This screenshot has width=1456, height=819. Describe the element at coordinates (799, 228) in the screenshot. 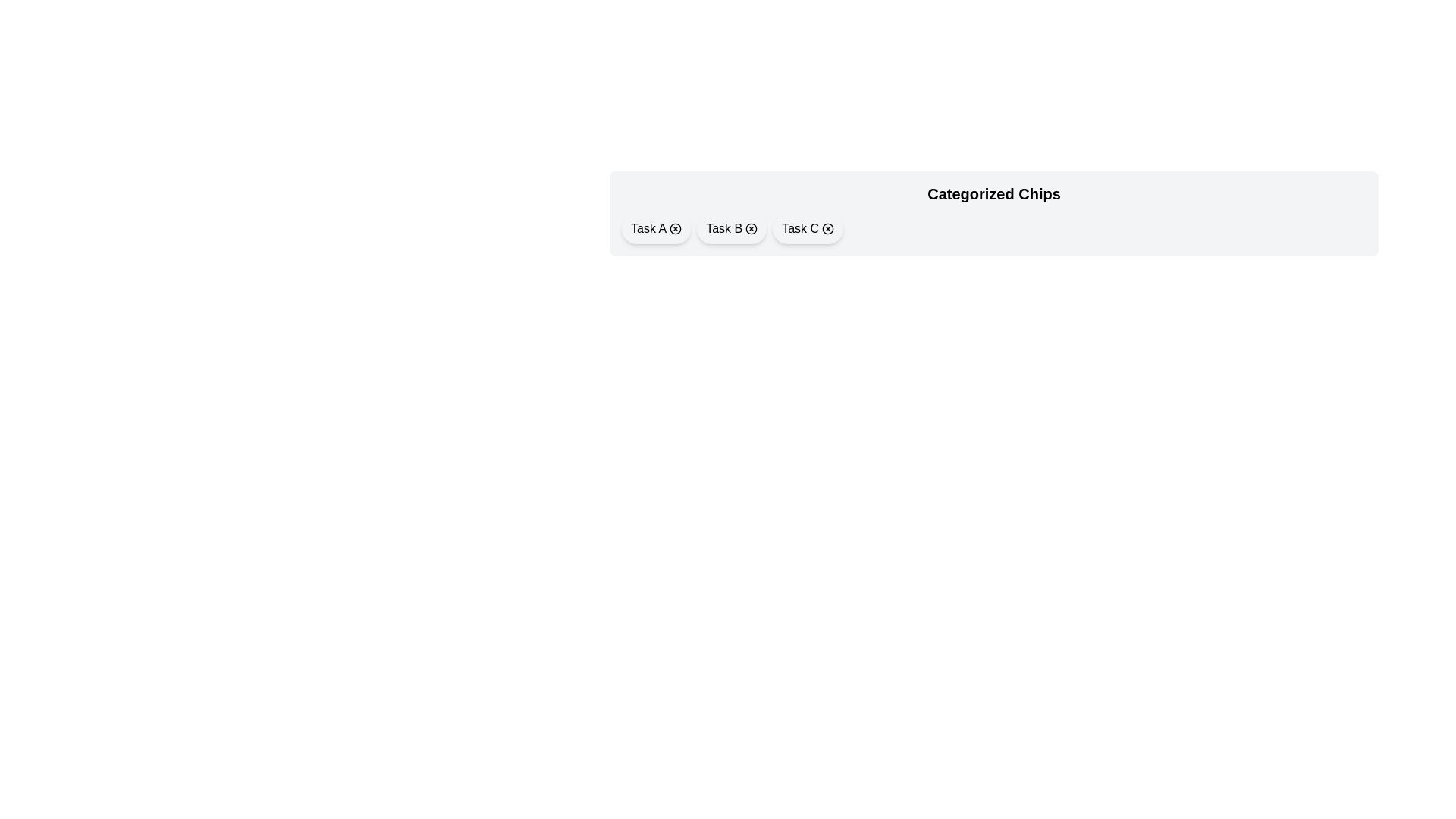

I see `the text of chip Task C to select it` at that location.